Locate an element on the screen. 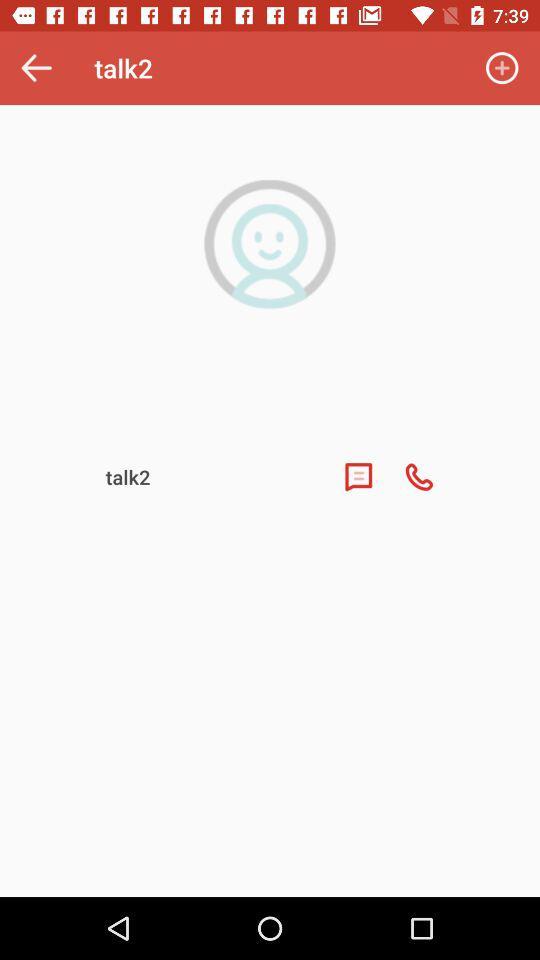 The image size is (540, 960). send a message button is located at coordinates (357, 477).